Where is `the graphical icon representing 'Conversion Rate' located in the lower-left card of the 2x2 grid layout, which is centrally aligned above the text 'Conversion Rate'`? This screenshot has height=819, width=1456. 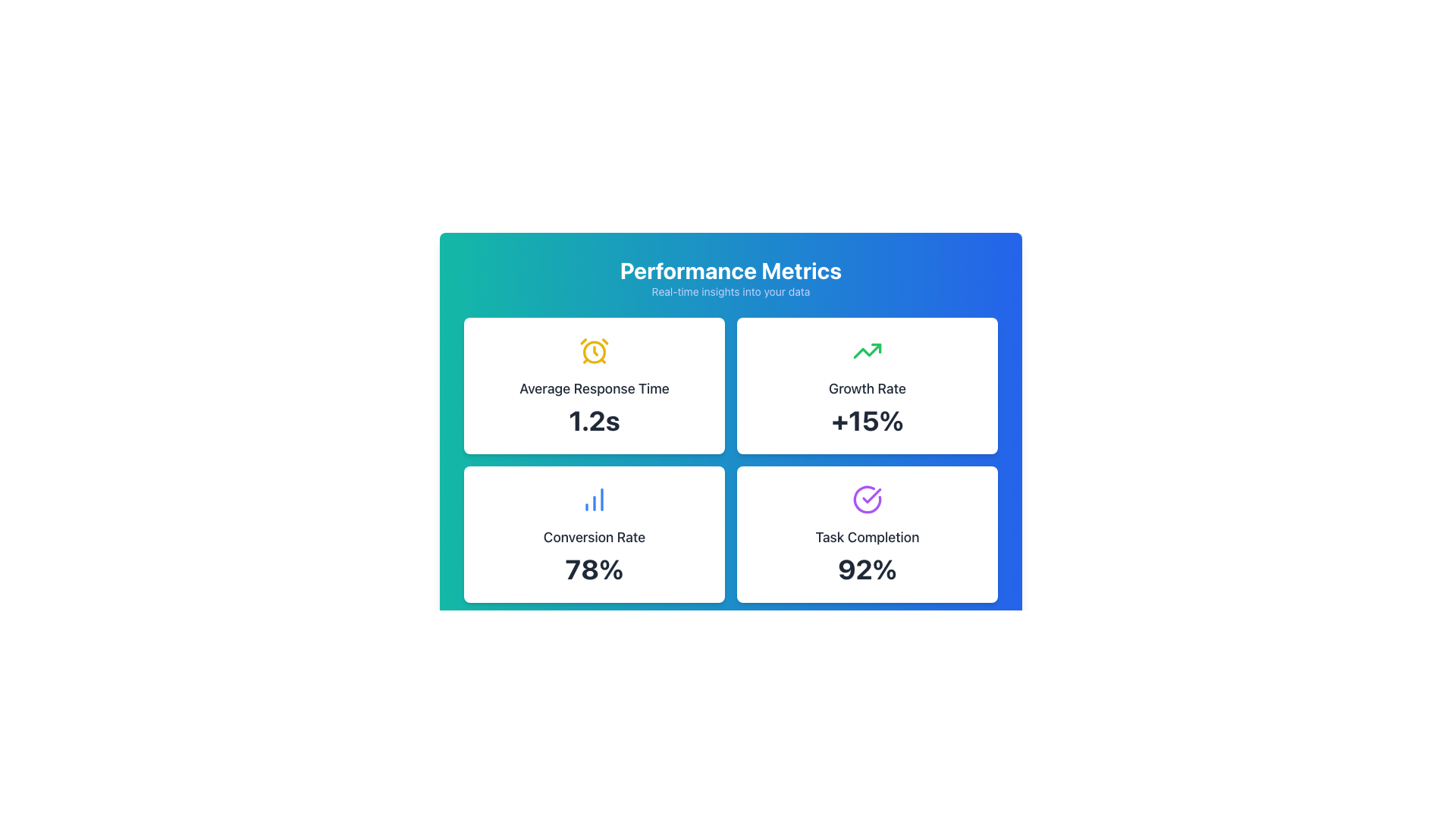
the graphical icon representing 'Conversion Rate' located in the lower-left card of the 2x2 grid layout, which is centrally aligned above the text 'Conversion Rate' is located at coordinates (593, 500).